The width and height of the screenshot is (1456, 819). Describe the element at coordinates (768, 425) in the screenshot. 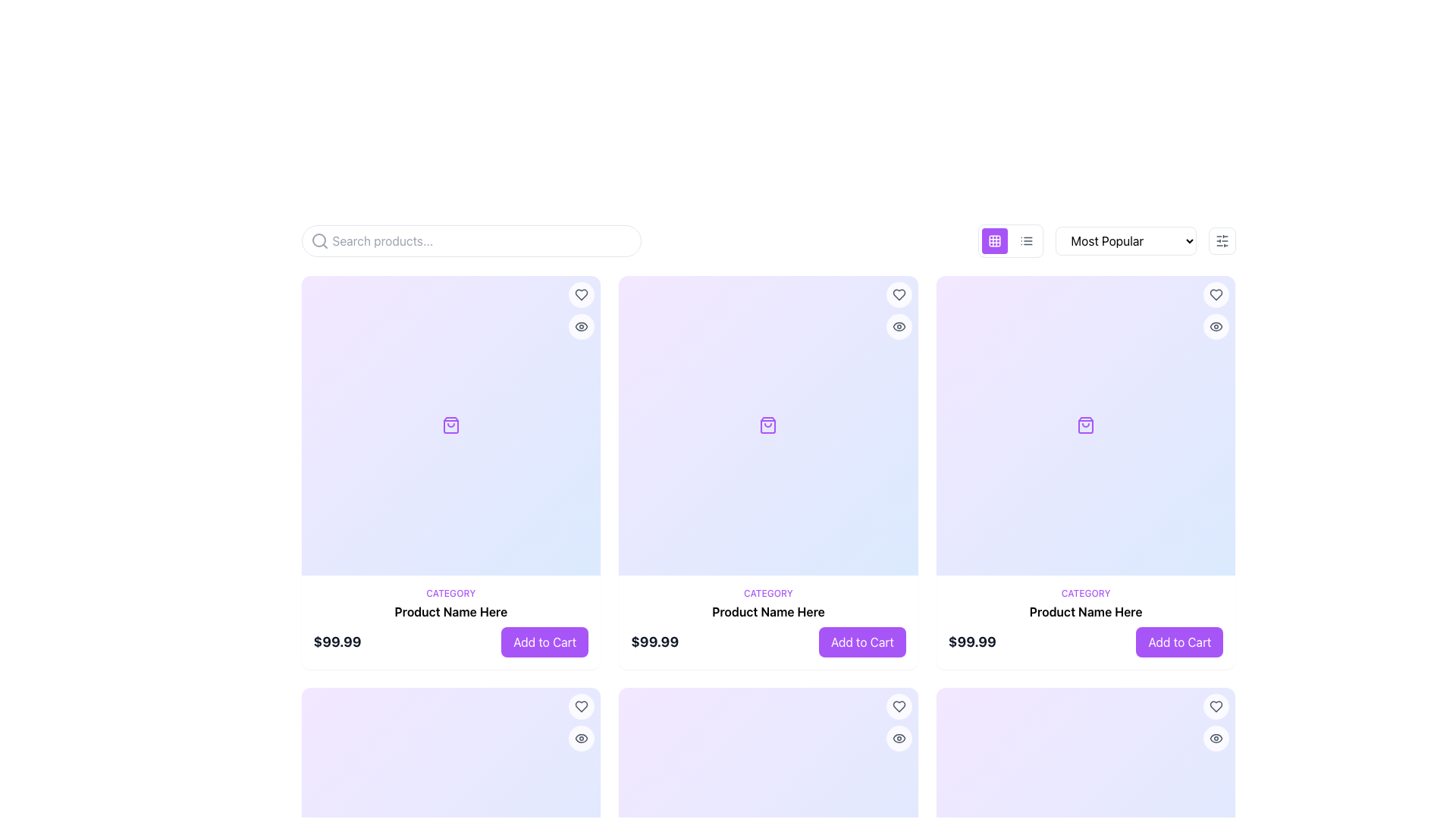

I see `the purple shopping bag icon located at the center of the second card from the left in the first row of a grid layout` at that location.